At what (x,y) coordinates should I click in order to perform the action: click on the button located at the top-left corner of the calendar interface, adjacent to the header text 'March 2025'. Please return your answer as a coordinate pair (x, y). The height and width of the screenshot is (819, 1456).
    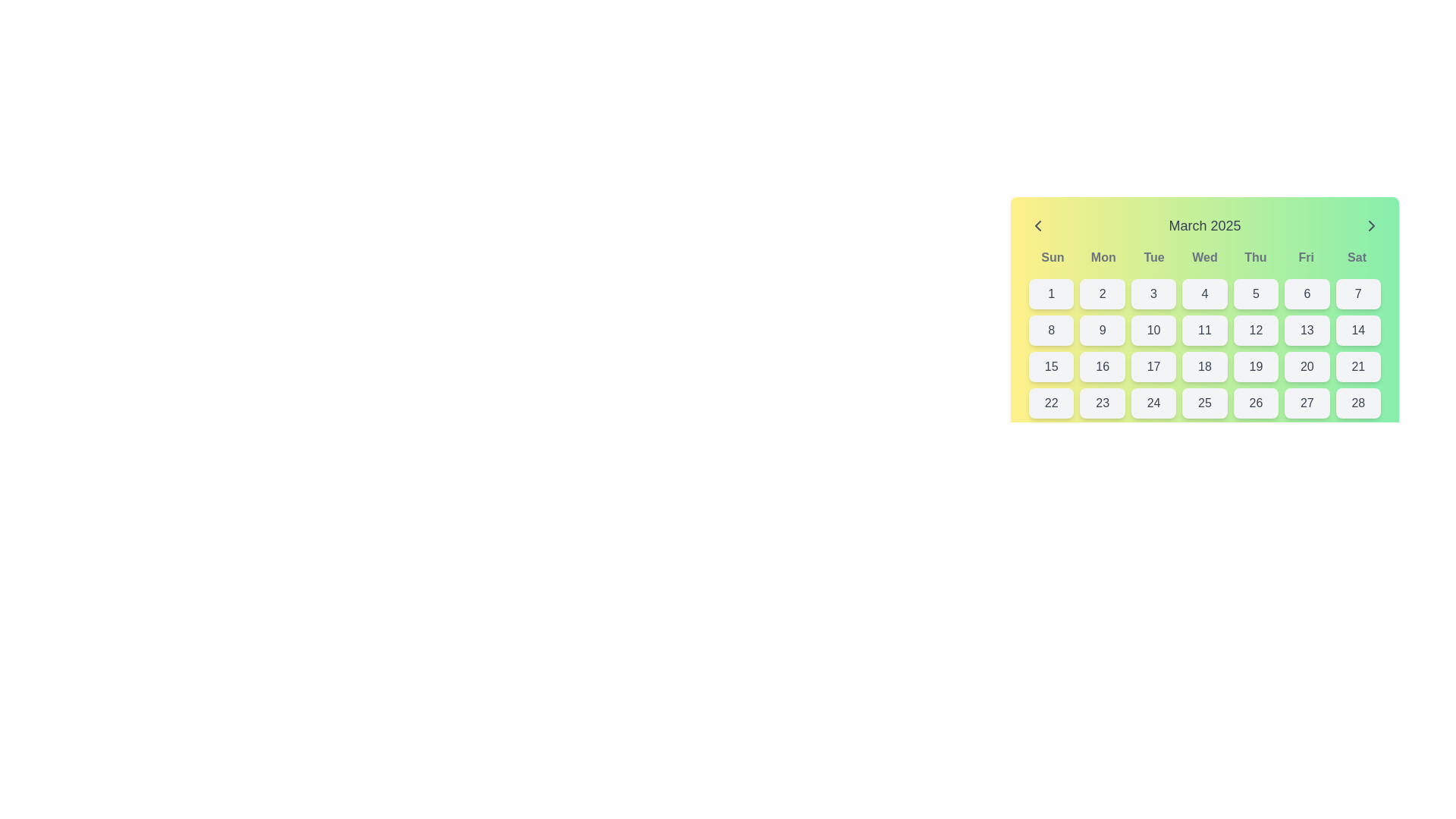
    Looking at the image, I should click on (1037, 225).